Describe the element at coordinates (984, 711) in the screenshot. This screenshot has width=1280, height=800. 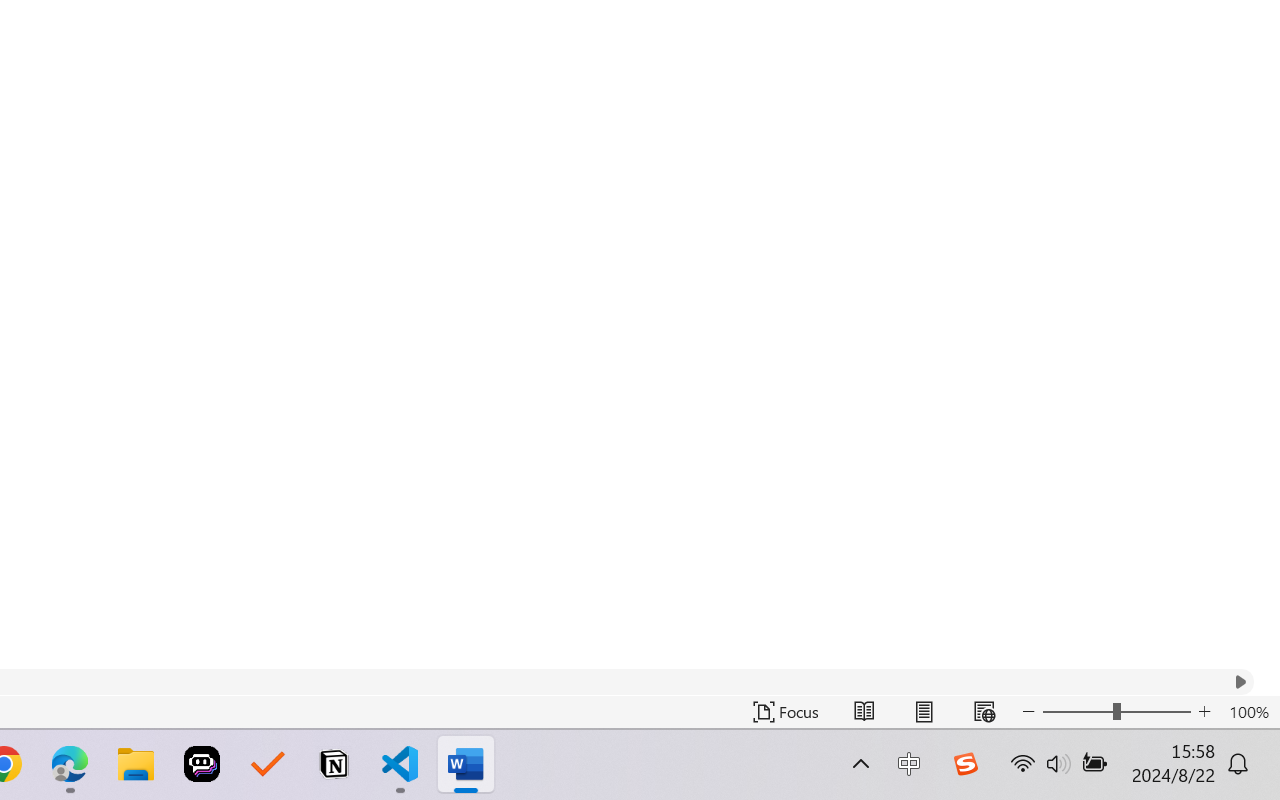
I see `'Web Layout'` at that location.